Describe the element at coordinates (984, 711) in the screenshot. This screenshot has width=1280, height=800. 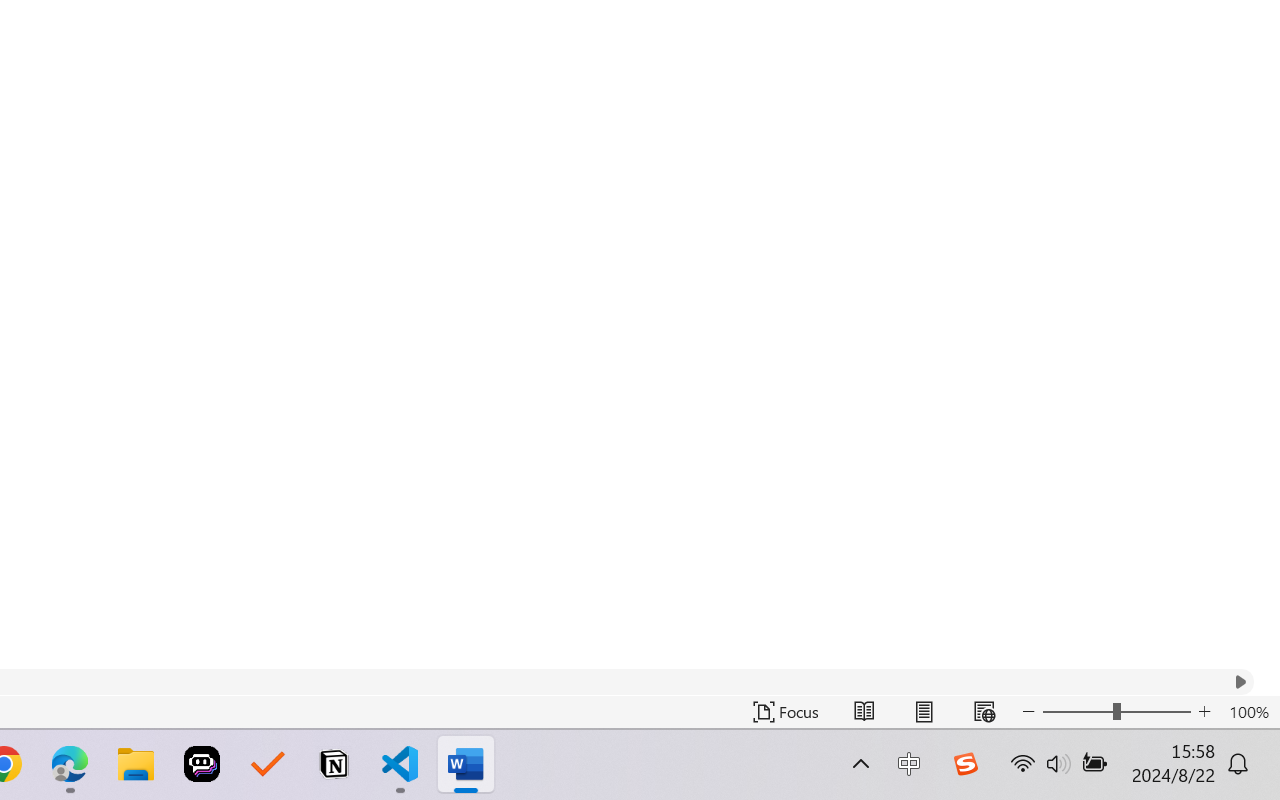
I see `'Web Layout'` at that location.